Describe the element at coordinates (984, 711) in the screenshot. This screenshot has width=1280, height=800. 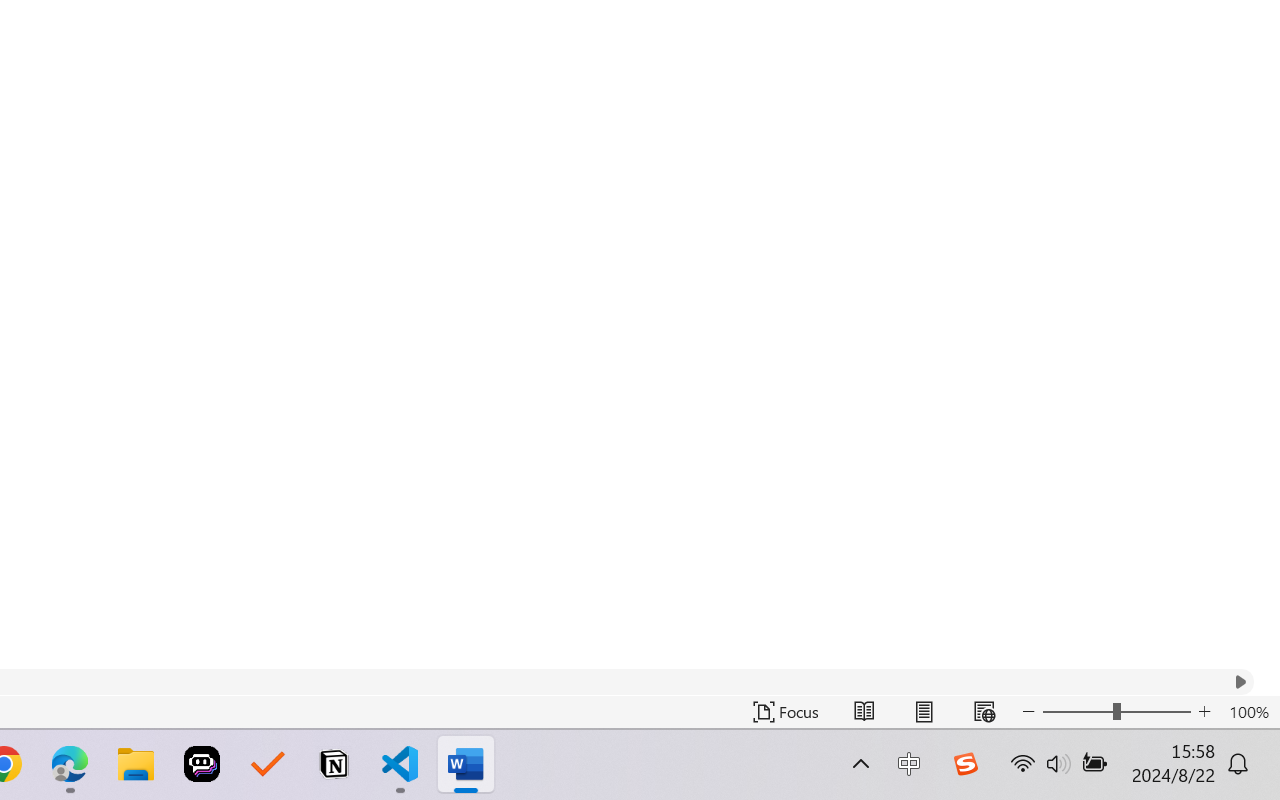
I see `'Web Layout'` at that location.